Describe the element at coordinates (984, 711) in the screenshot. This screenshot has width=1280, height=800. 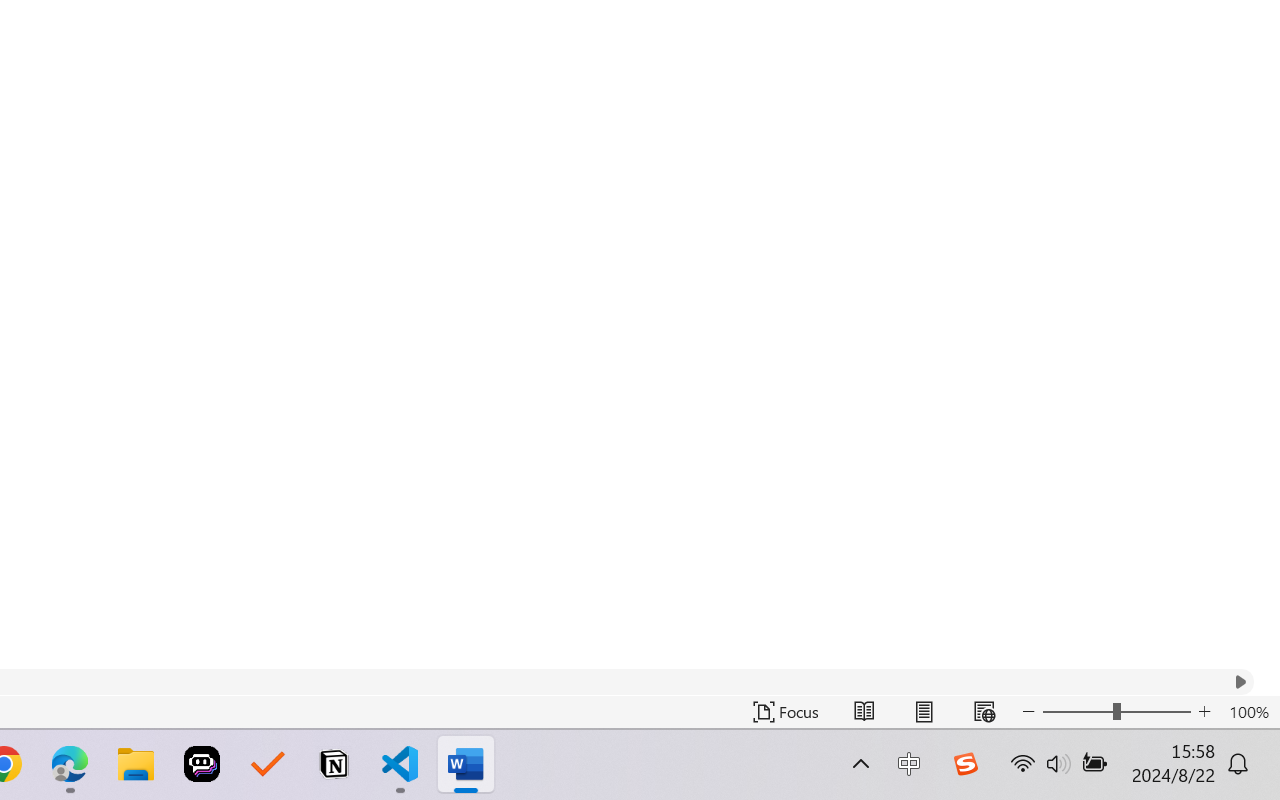
I see `'Web Layout'` at that location.